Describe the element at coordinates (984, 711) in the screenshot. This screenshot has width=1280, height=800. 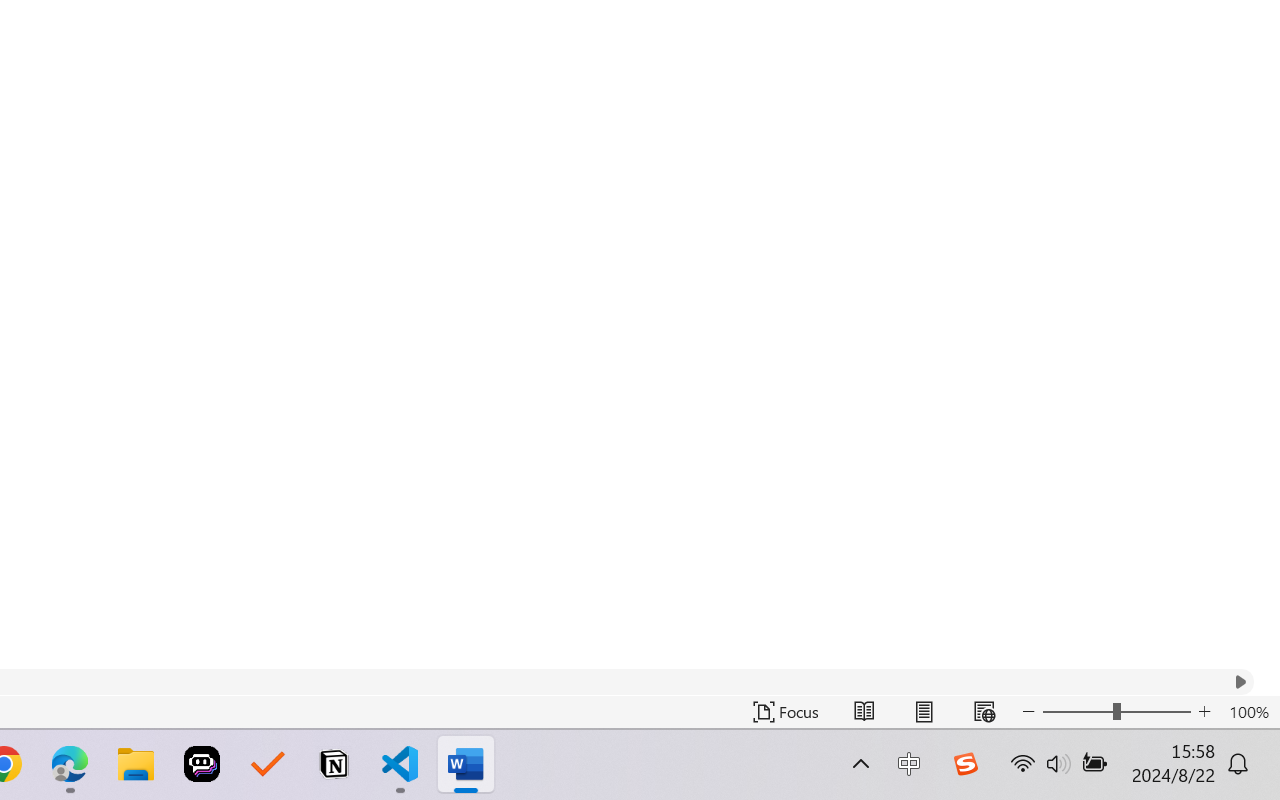
I see `'Web Layout'` at that location.